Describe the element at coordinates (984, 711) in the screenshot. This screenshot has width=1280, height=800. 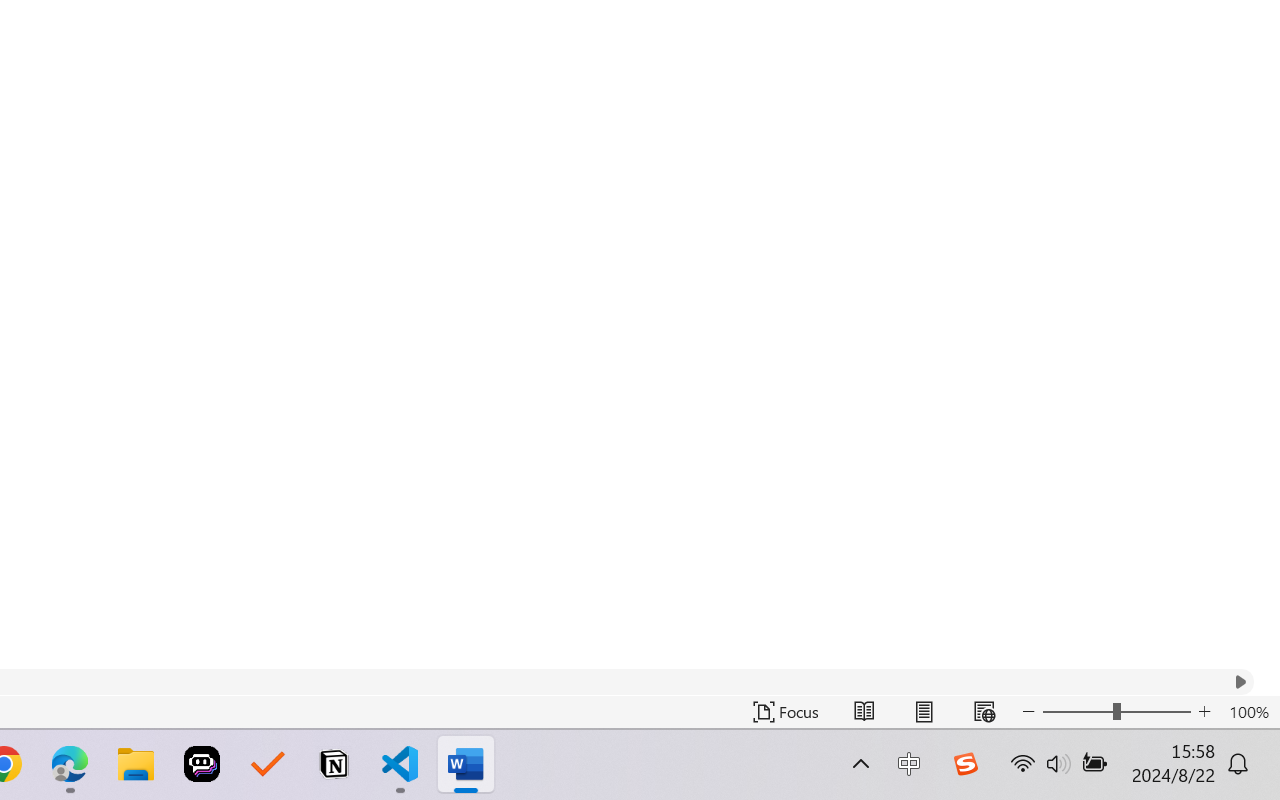
I see `'Web Layout'` at that location.